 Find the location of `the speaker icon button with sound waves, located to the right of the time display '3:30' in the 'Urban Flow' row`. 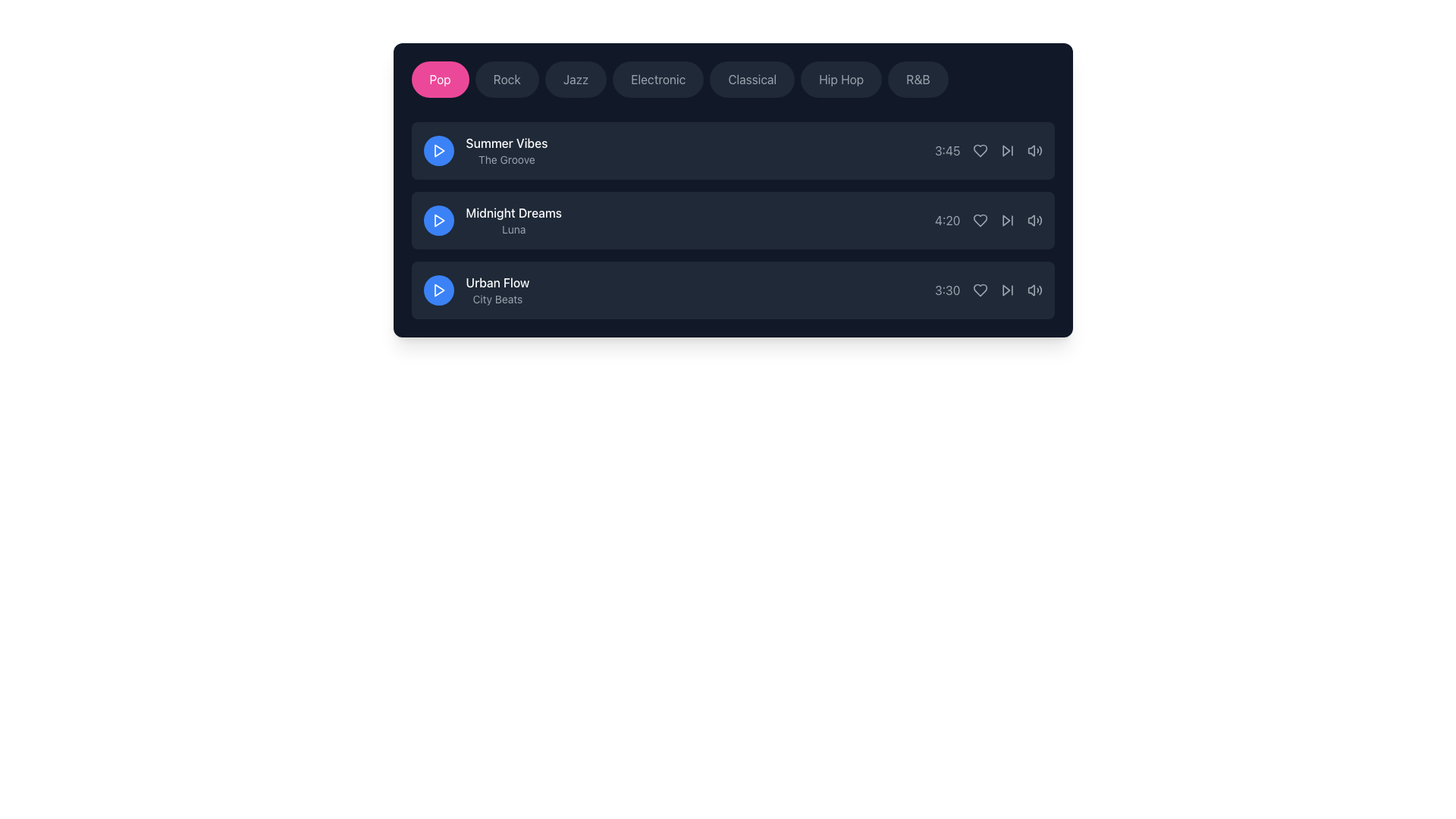

the speaker icon button with sound waves, located to the right of the time display '3:30' in the 'Urban Flow' row is located at coordinates (1034, 290).